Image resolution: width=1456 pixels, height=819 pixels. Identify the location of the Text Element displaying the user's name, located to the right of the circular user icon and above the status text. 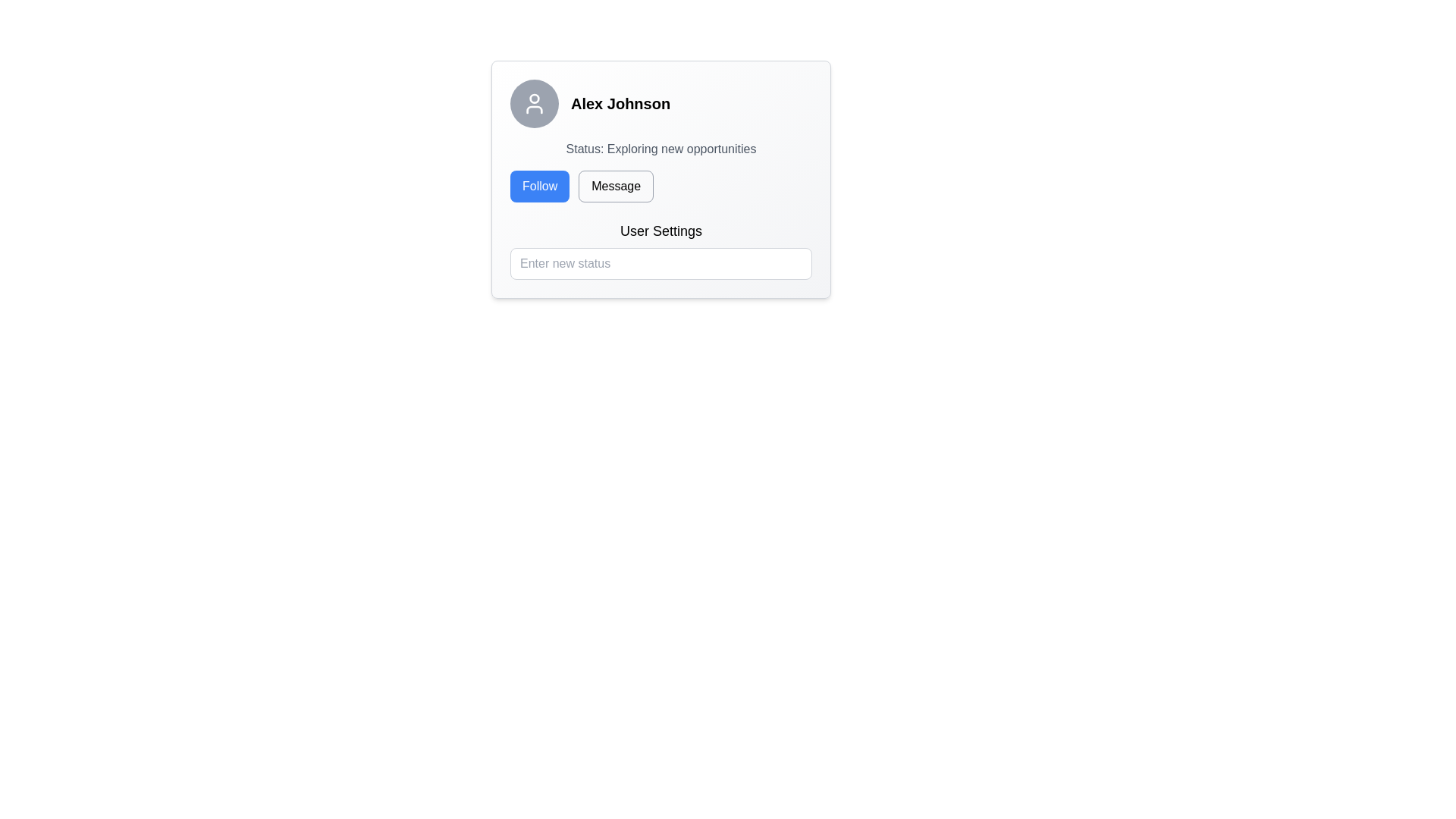
(620, 103).